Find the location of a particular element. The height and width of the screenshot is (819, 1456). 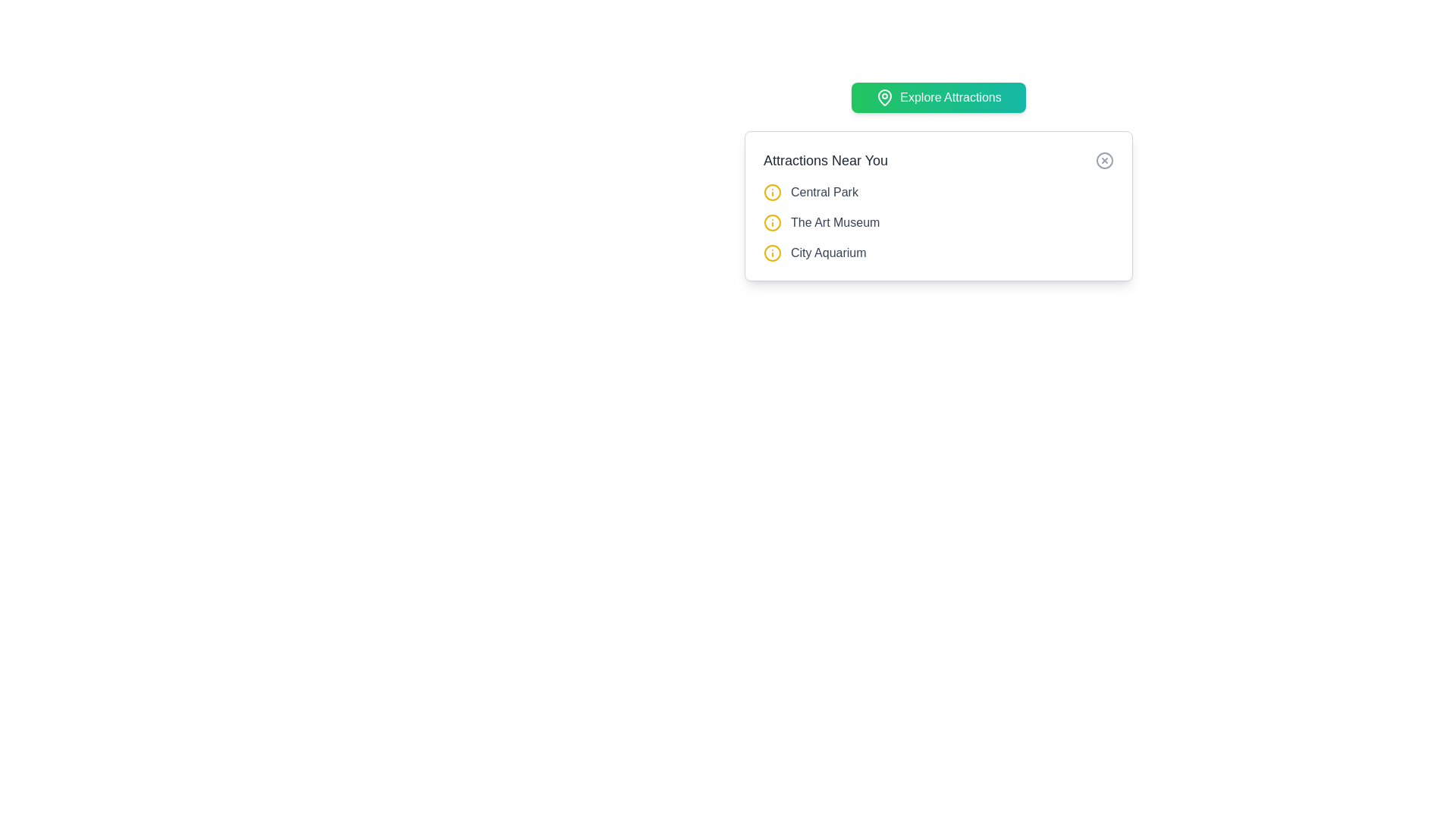

the information icon located to the left of the text 'City Aquarium', which serves as an indicator for additional details is located at coordinates (772, 253).